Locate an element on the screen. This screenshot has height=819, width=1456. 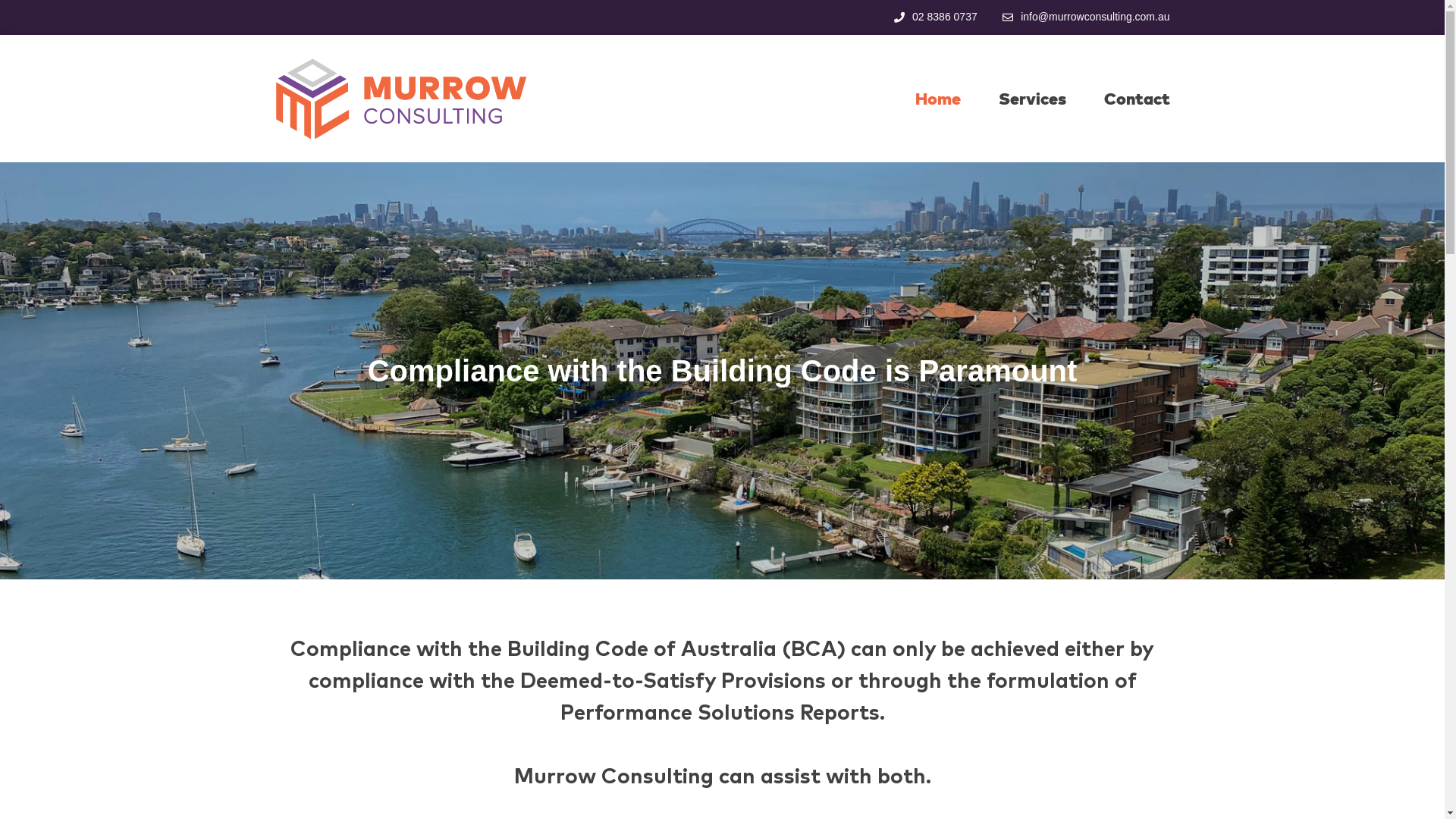
'02 8386 0737' is located at coordinates (892, 17).